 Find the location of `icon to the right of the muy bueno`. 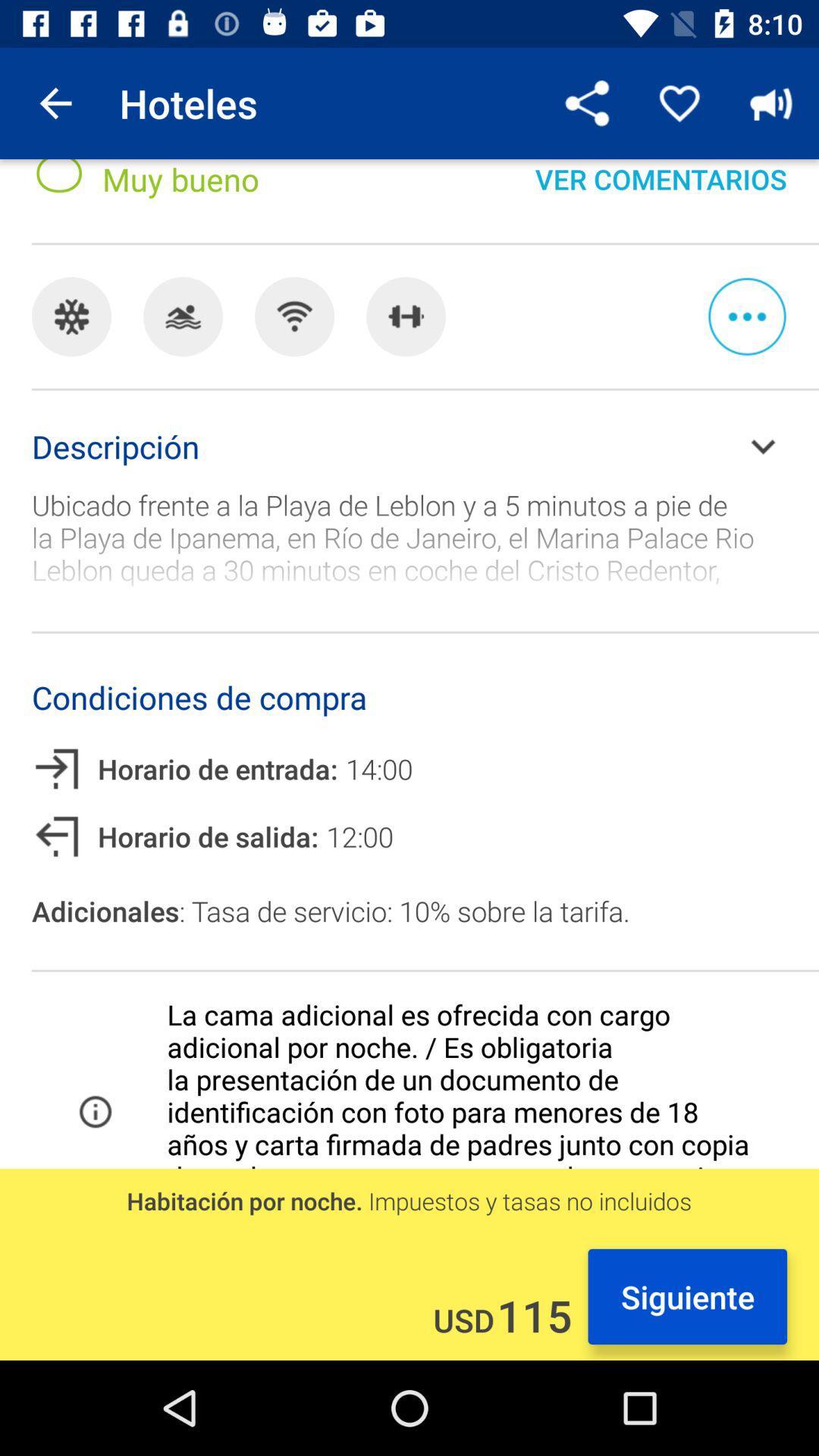

icon to the right of the muy bueno is located at coordinates (587, 102).